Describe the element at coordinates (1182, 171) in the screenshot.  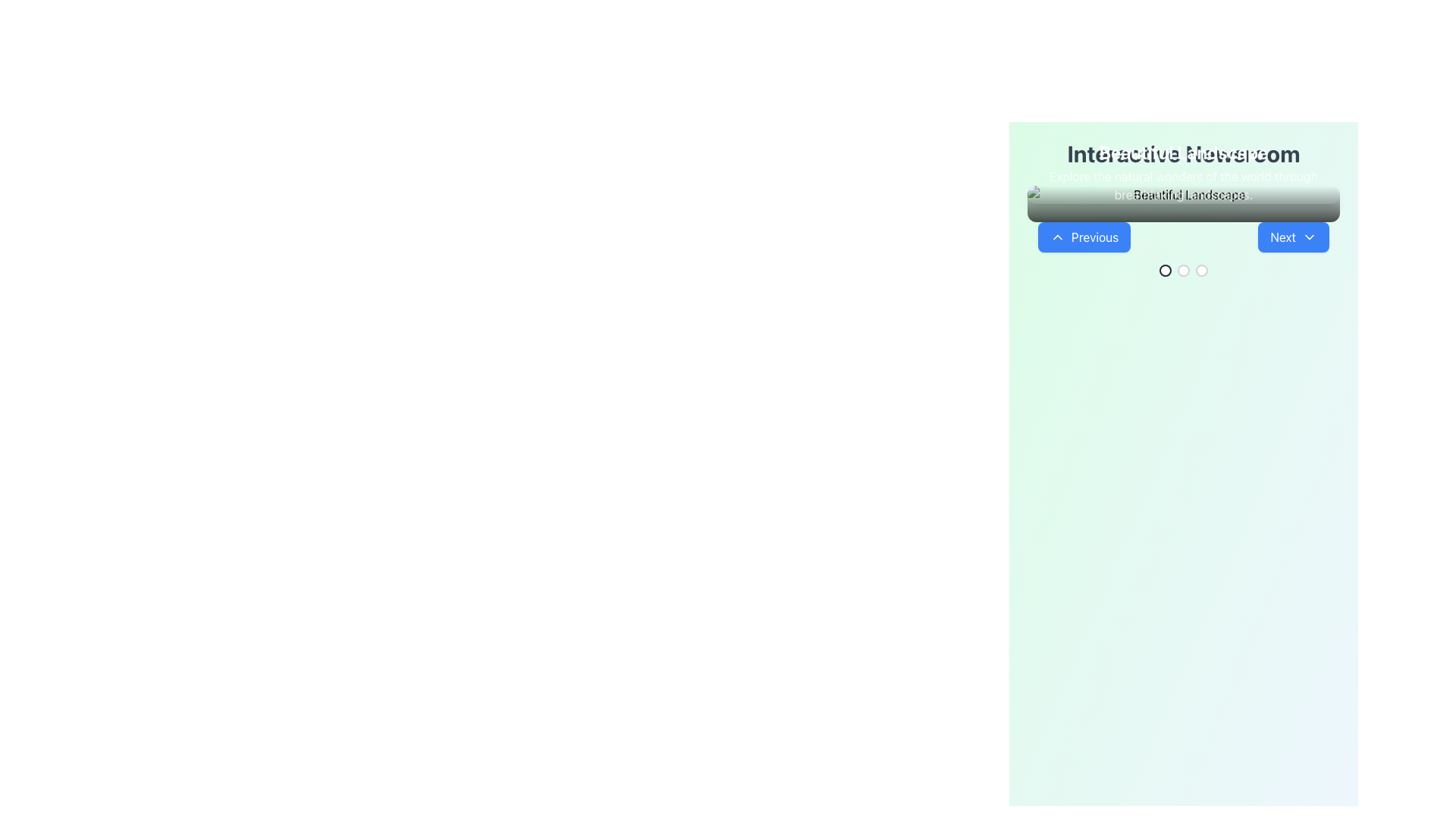
I see `the textual group containing the title 'Beautiful Landscape' and the description 'Explore the natural wonders of the world through breathtaking landscapes.'` at that location.